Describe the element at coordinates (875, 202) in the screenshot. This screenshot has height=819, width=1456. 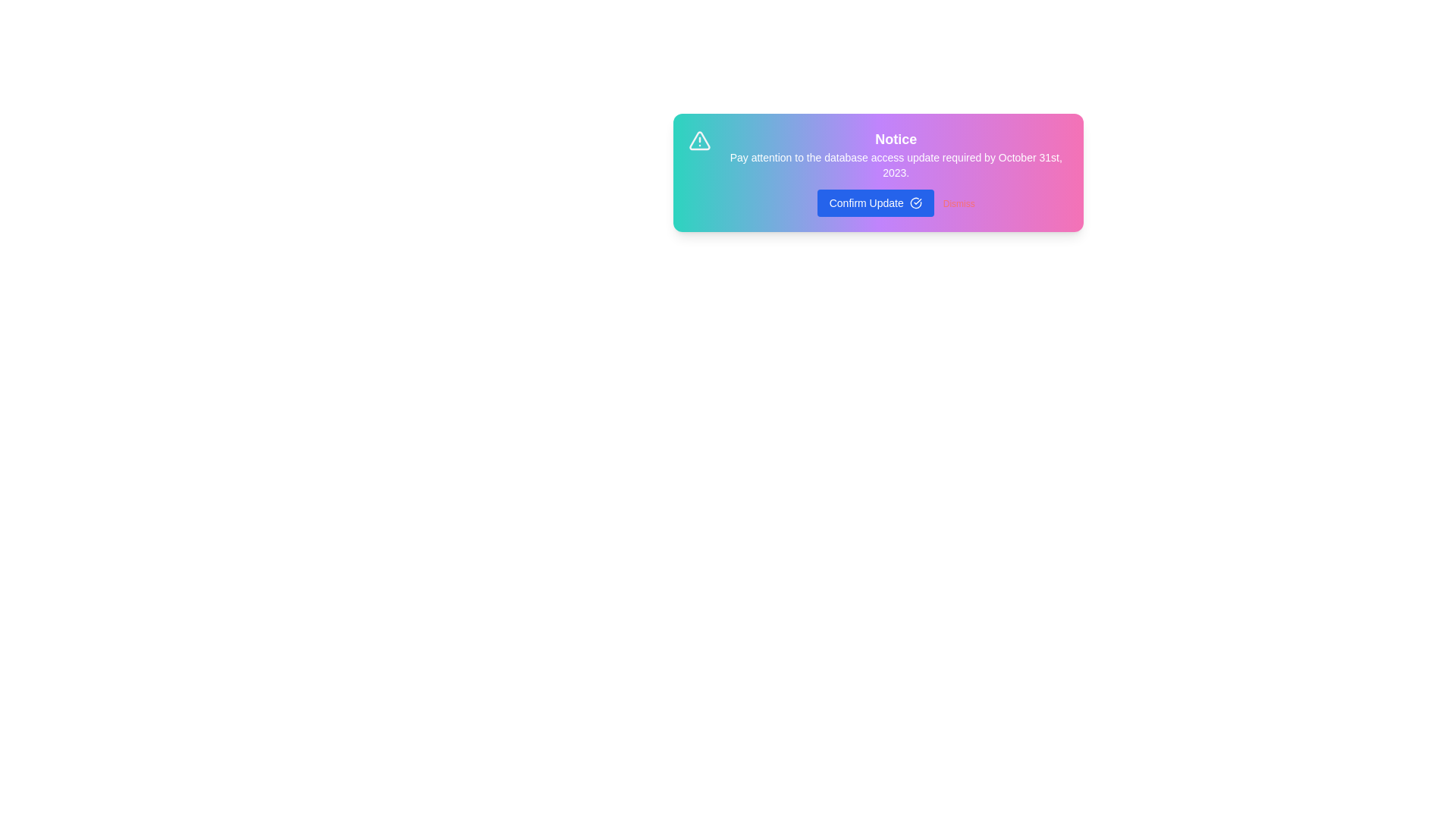
I see `the 'Confirm Update' button` at that location.